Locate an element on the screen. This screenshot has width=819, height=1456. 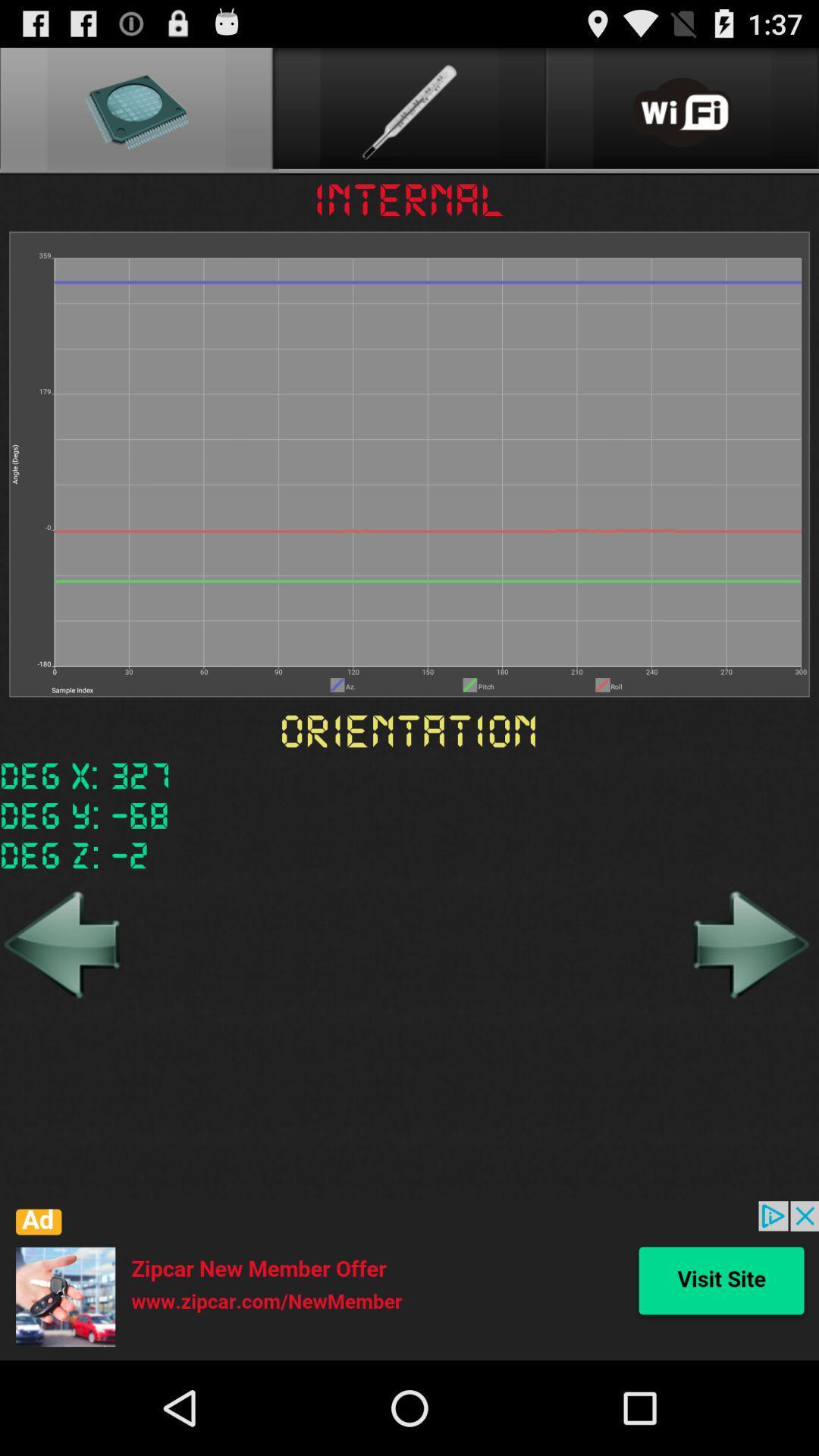
advertisement is located at coordinates (409, 1280).